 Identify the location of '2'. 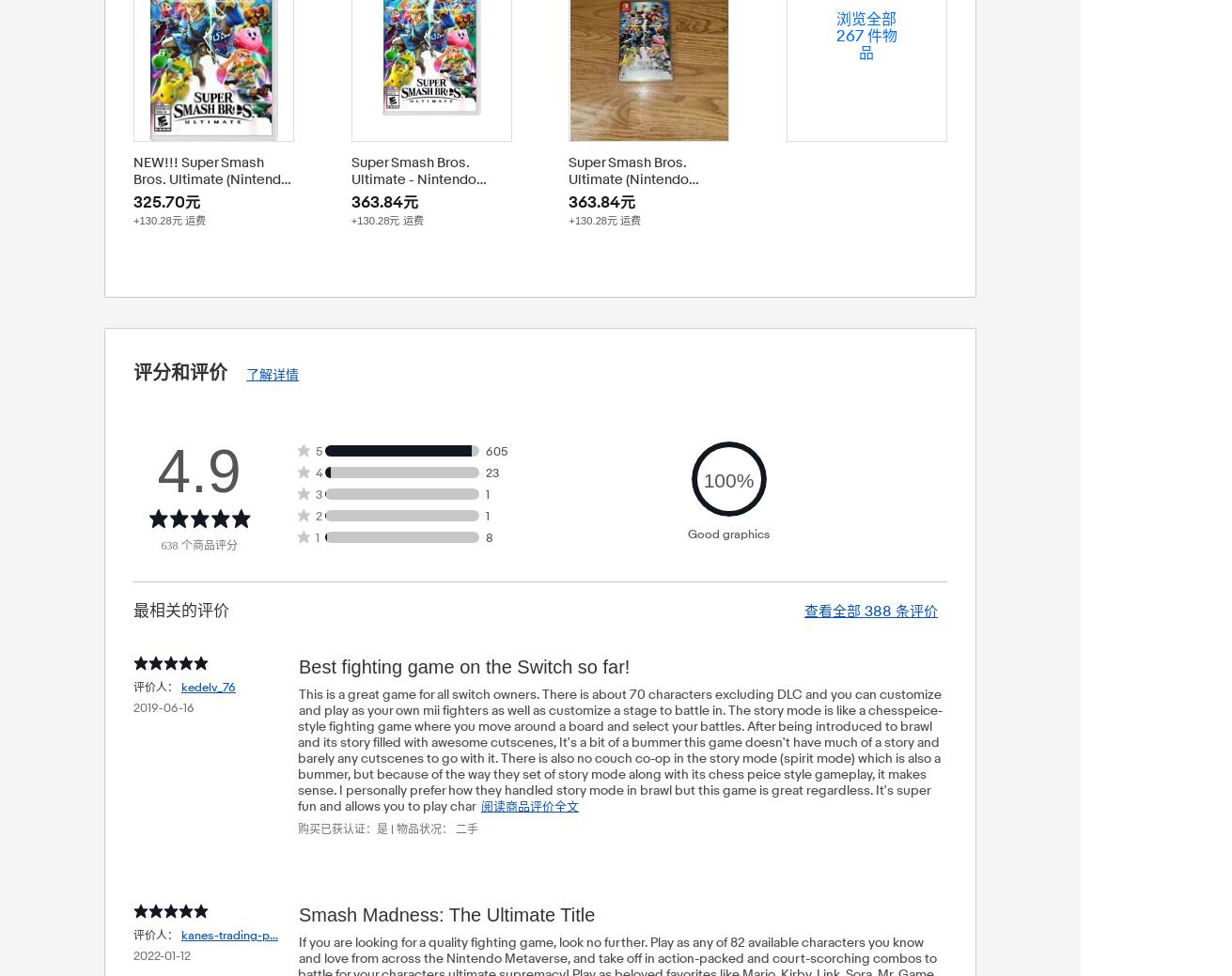
(319, 516).